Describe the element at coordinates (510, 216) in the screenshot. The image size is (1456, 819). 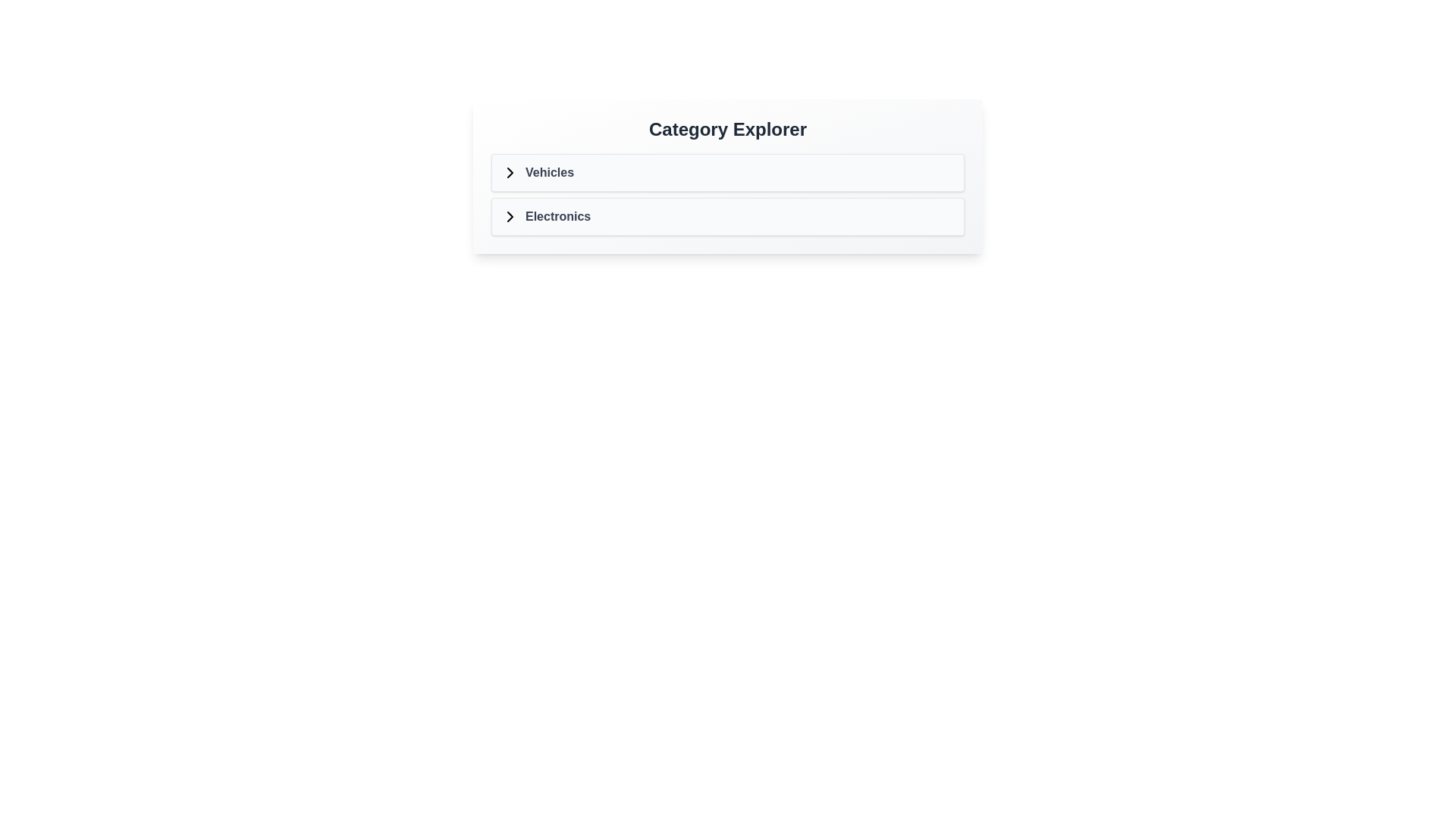
I see `the chevron-shaped icon pointing to the right, which is positioned to the left of the 'Electronics' label in the 'Category Explorer' interface` at that location.